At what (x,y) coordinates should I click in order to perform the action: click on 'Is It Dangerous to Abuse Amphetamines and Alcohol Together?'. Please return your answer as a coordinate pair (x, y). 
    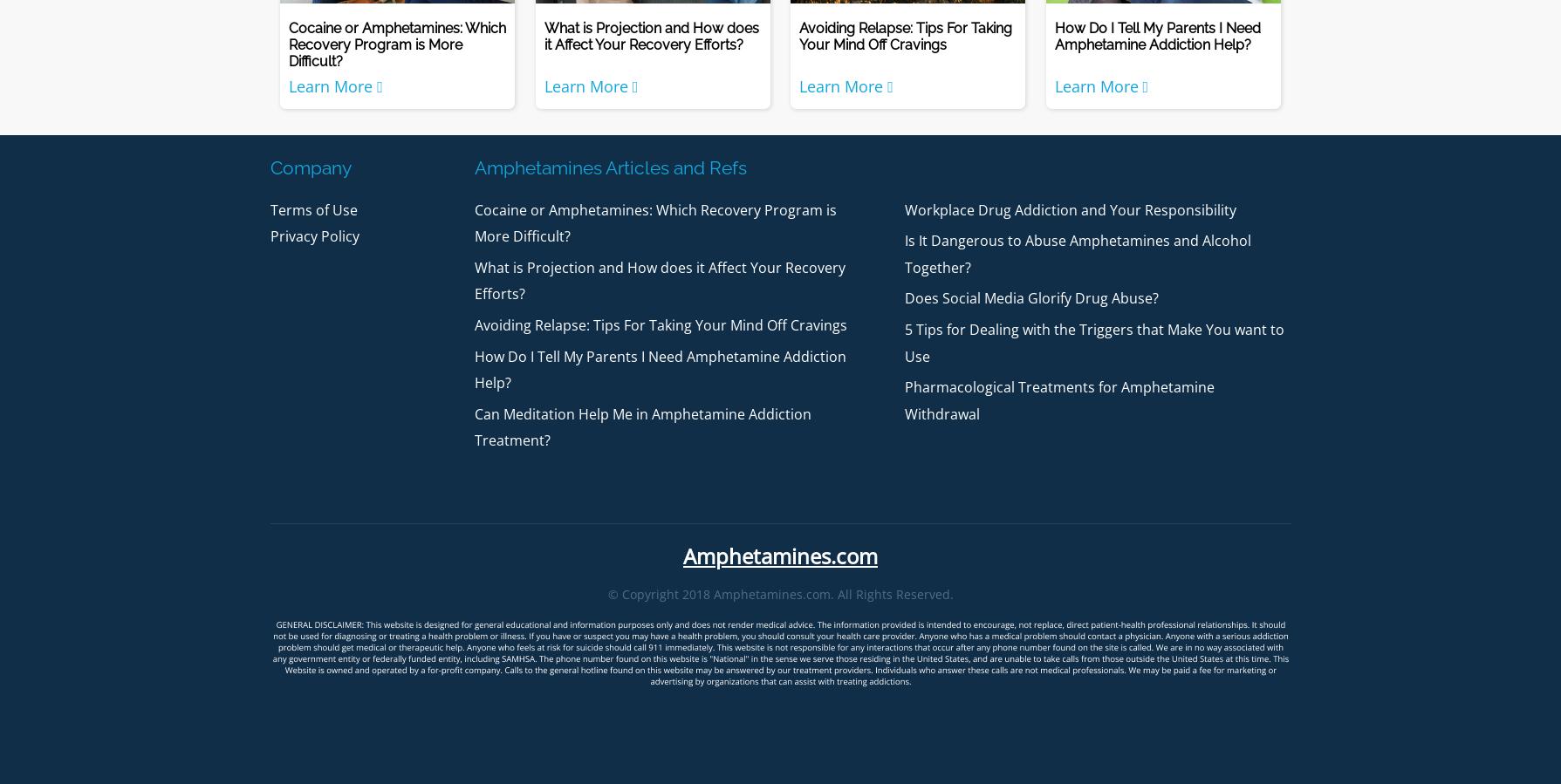
    Looking at the image, I should click on (1077, 254).